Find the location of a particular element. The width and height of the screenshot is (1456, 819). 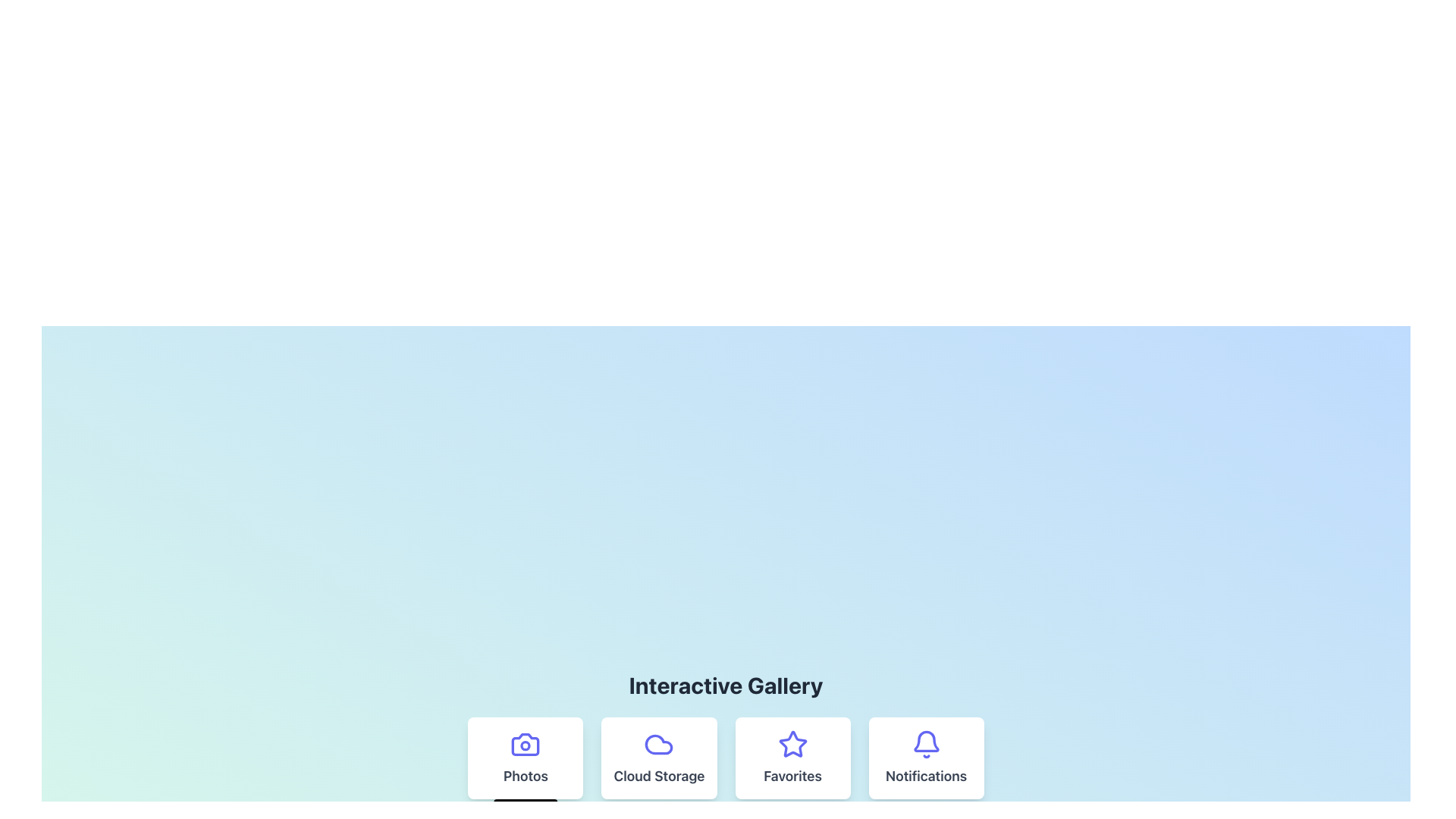

the small circular shape representing the camera lens detail within the camera icon in the bottom navigation bar of the 'Photos' panel is located at coordinates (526, 745).